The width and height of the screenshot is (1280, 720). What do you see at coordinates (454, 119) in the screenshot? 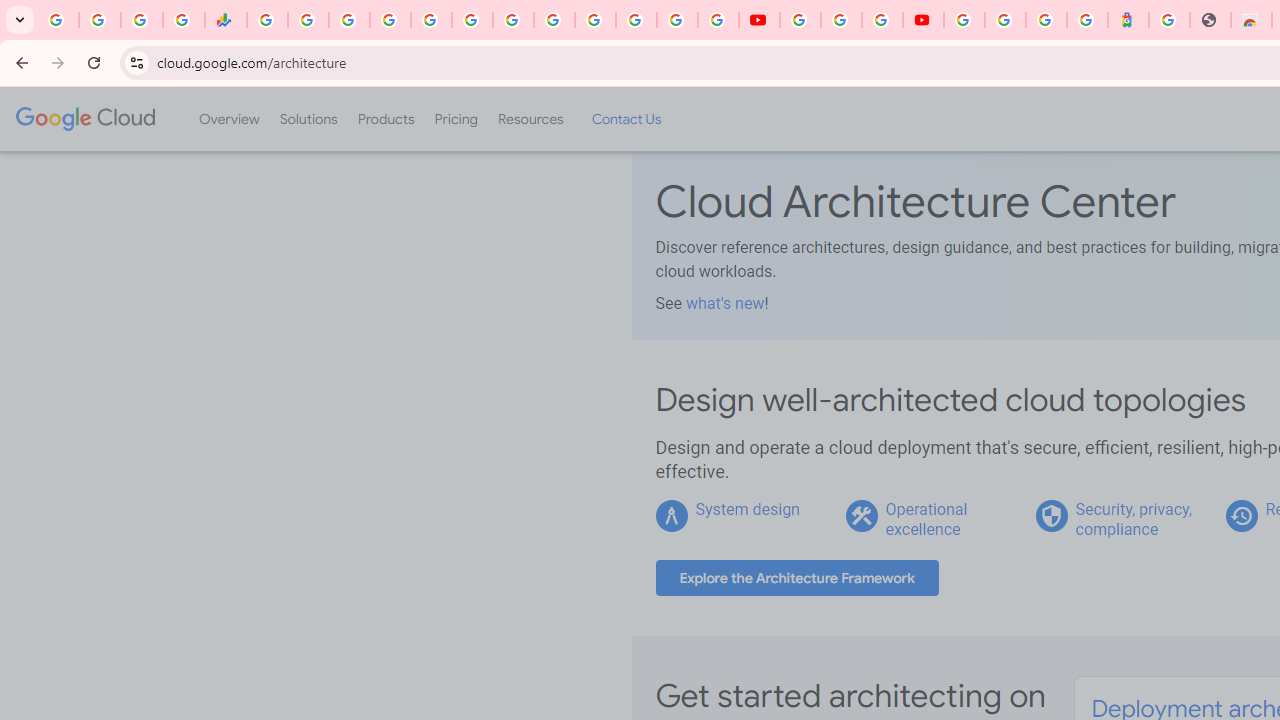
I see `'Pricing'` at bounding box center [454, 119].